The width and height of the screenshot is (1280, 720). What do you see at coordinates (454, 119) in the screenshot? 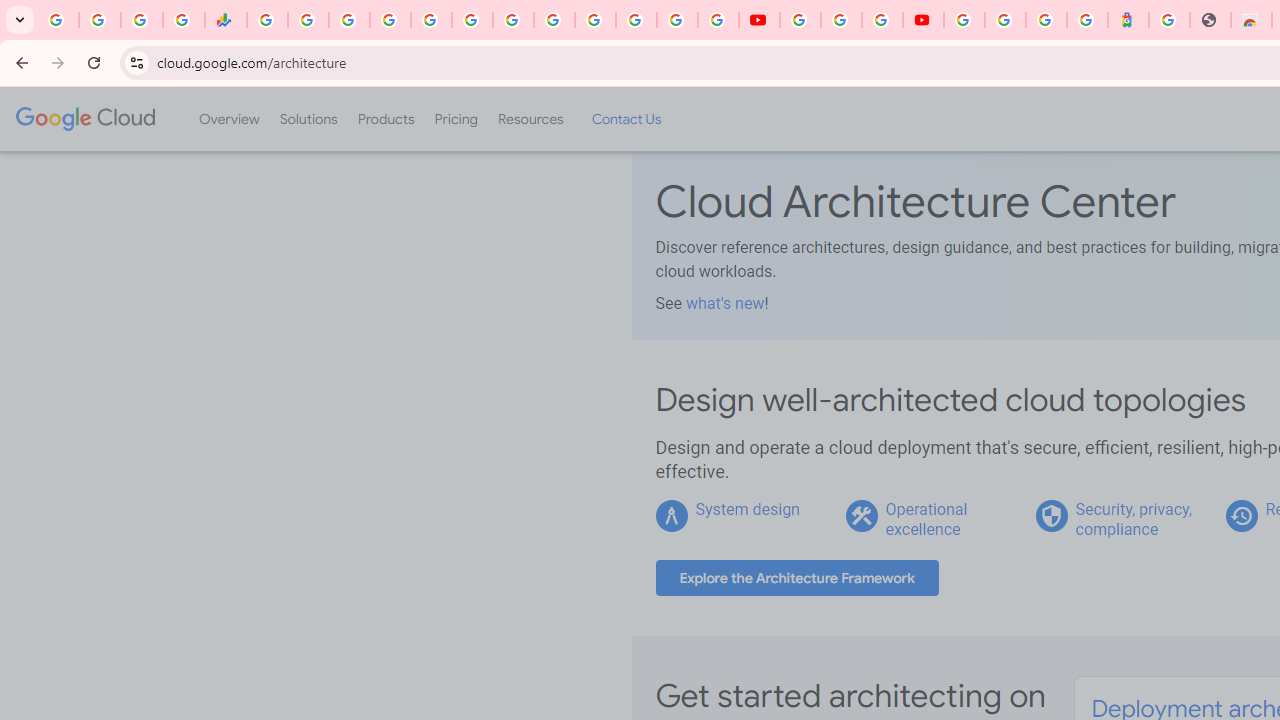
I see `'Pricing'` at bounding box center [454, 119].